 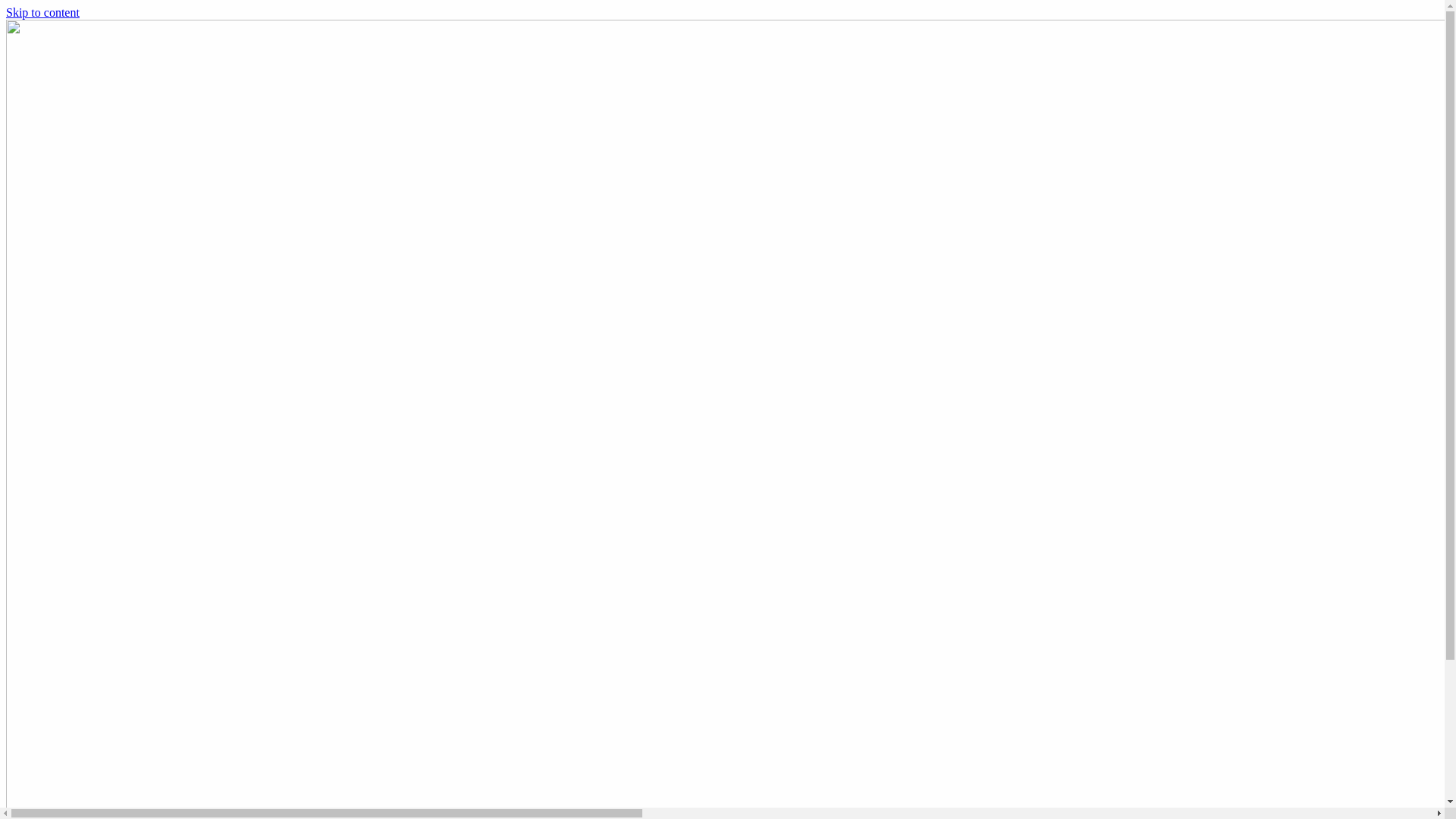 I want to click on 'Skip to content', so click(x=42, y=12).